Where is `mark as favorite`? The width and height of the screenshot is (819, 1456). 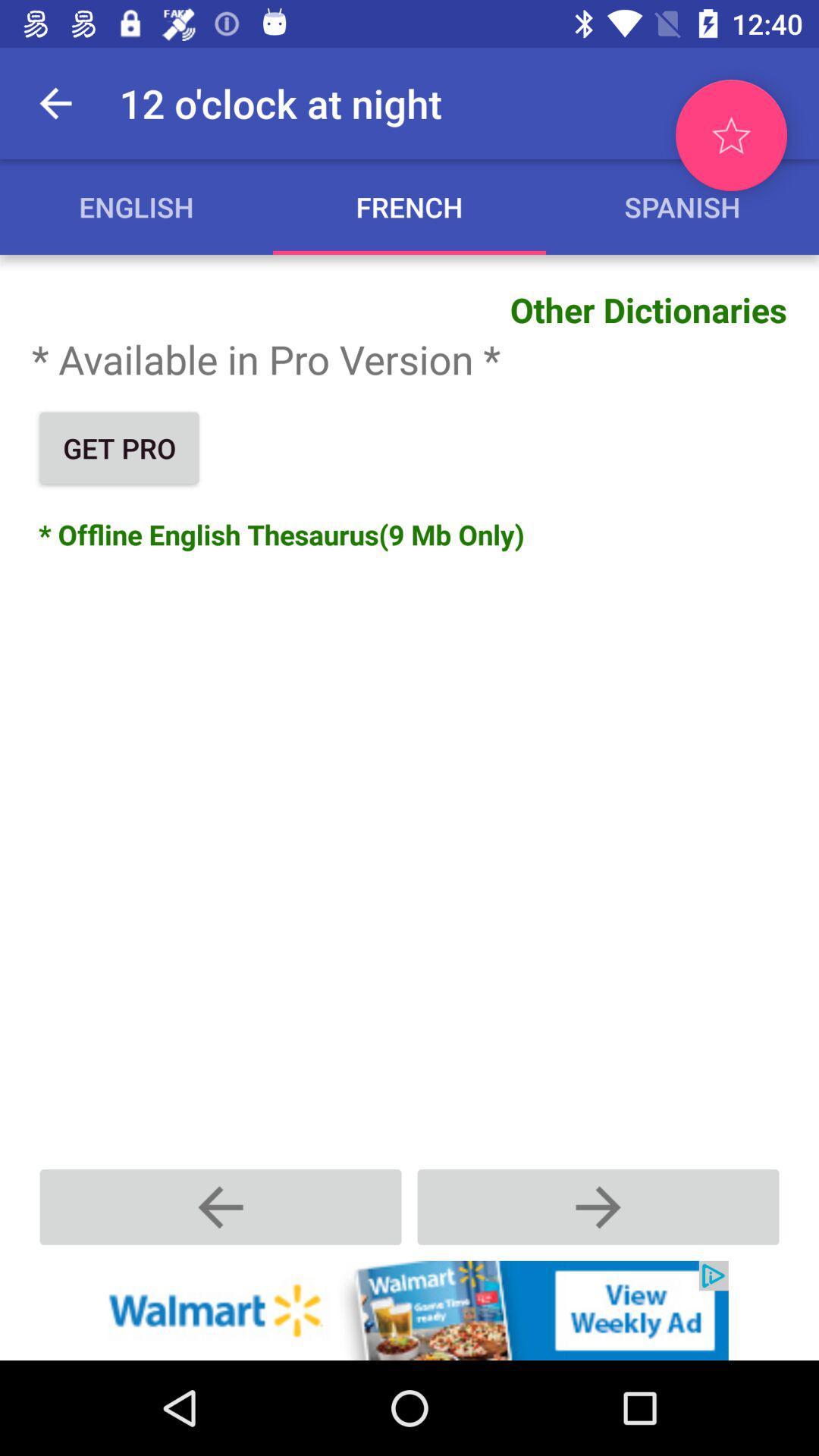 mark as favorite is located at coordinates (730, 135).